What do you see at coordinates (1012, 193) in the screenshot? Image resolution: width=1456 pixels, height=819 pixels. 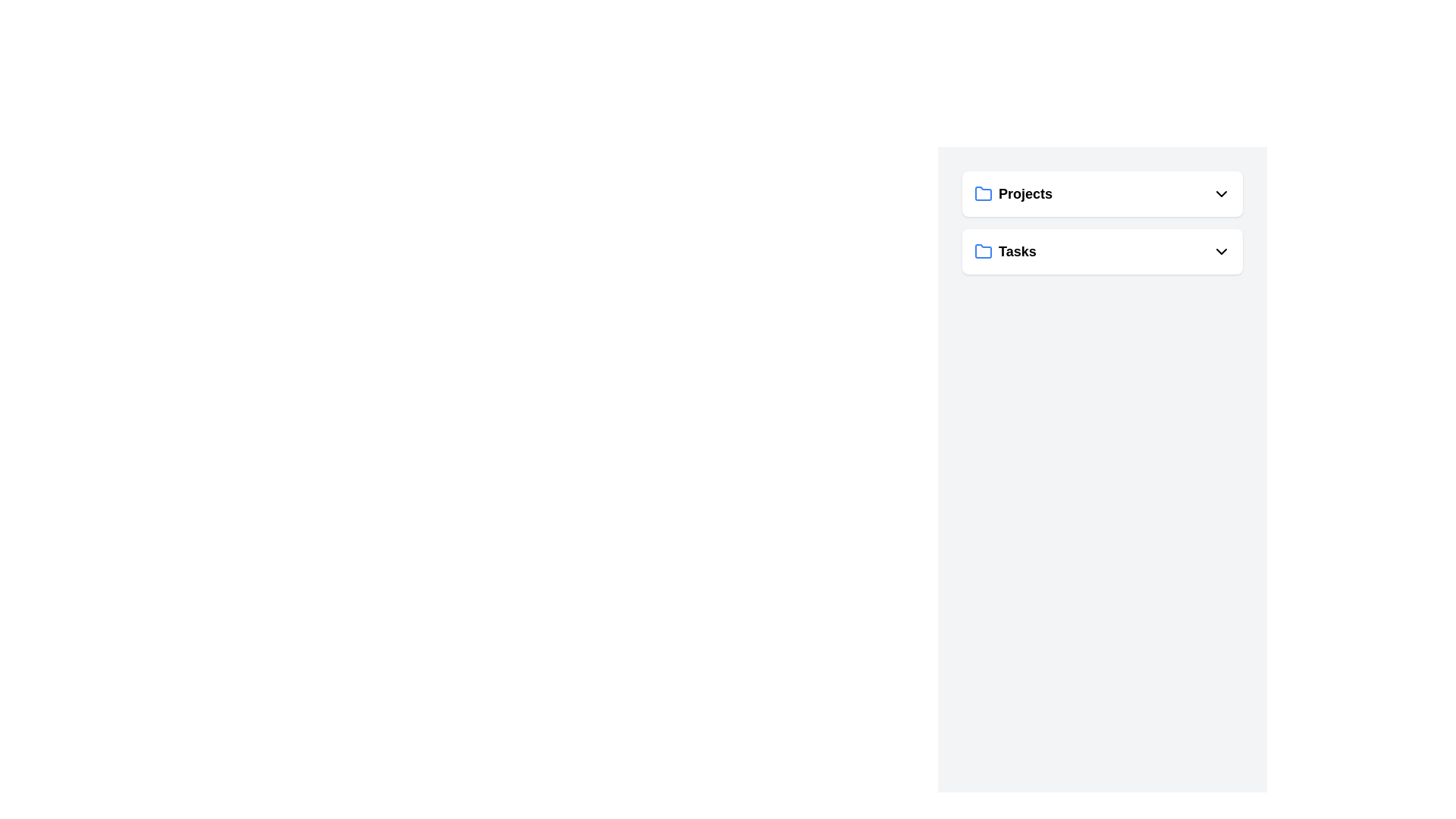 I see `on the 'Projects' menu option, which features a blue folder icon and bold text, located at the top of the visible interface` at bounding box center [1012, 193].